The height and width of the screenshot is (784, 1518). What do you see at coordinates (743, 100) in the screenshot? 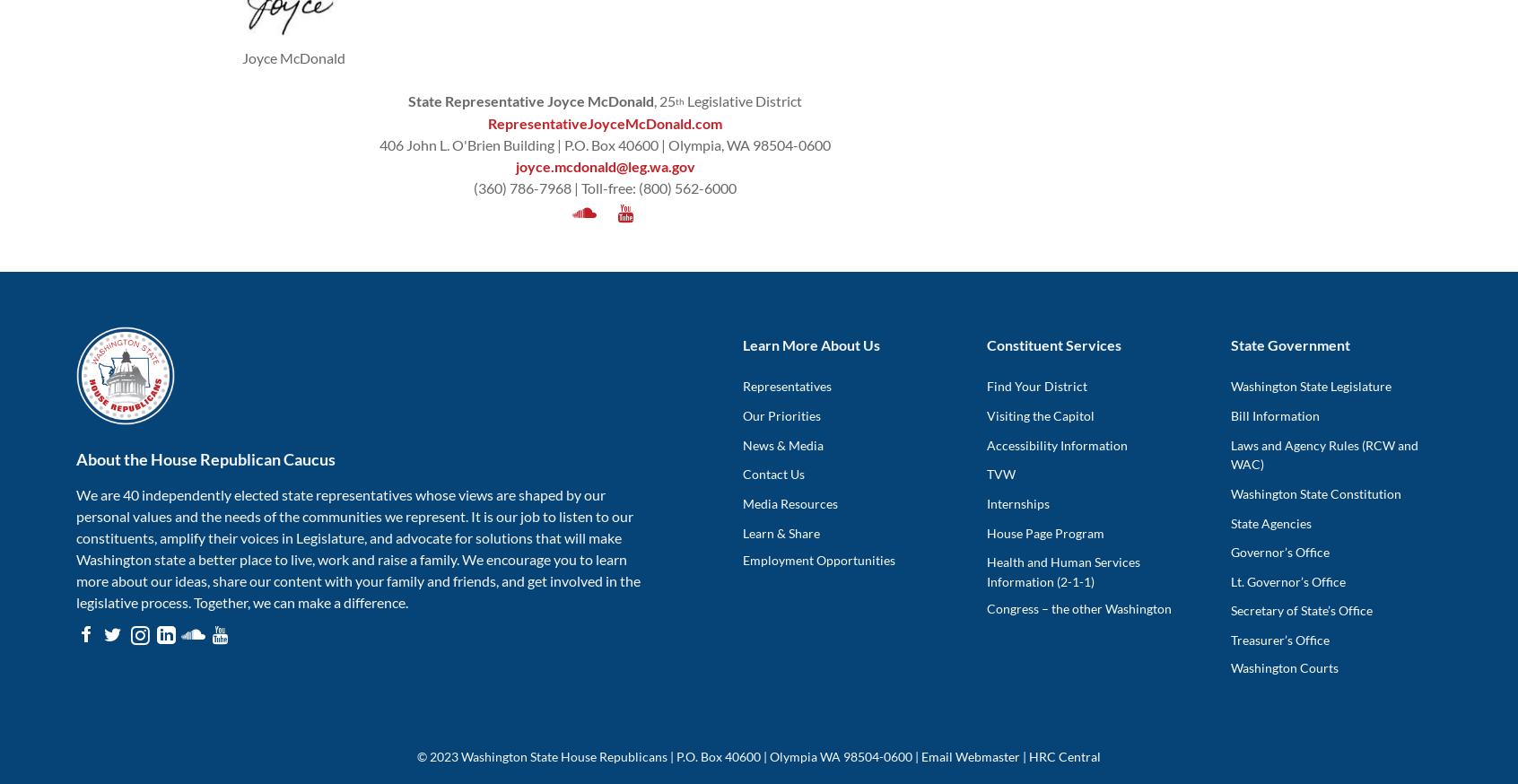
I see `'Legislative District'` at bounding box center [743, 100].